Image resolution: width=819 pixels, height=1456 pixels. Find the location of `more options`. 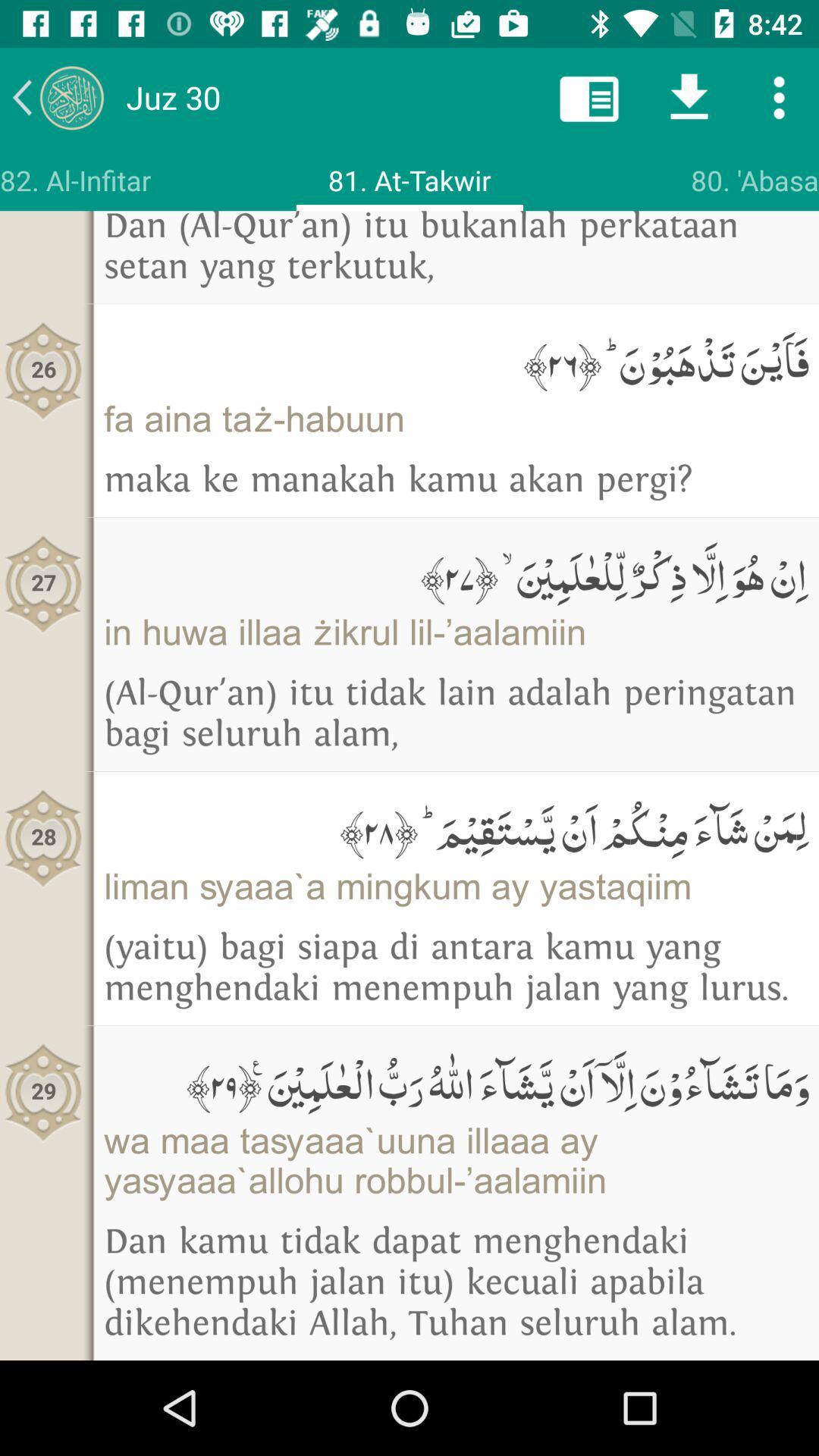

more options is located at coordinates (779, 96).